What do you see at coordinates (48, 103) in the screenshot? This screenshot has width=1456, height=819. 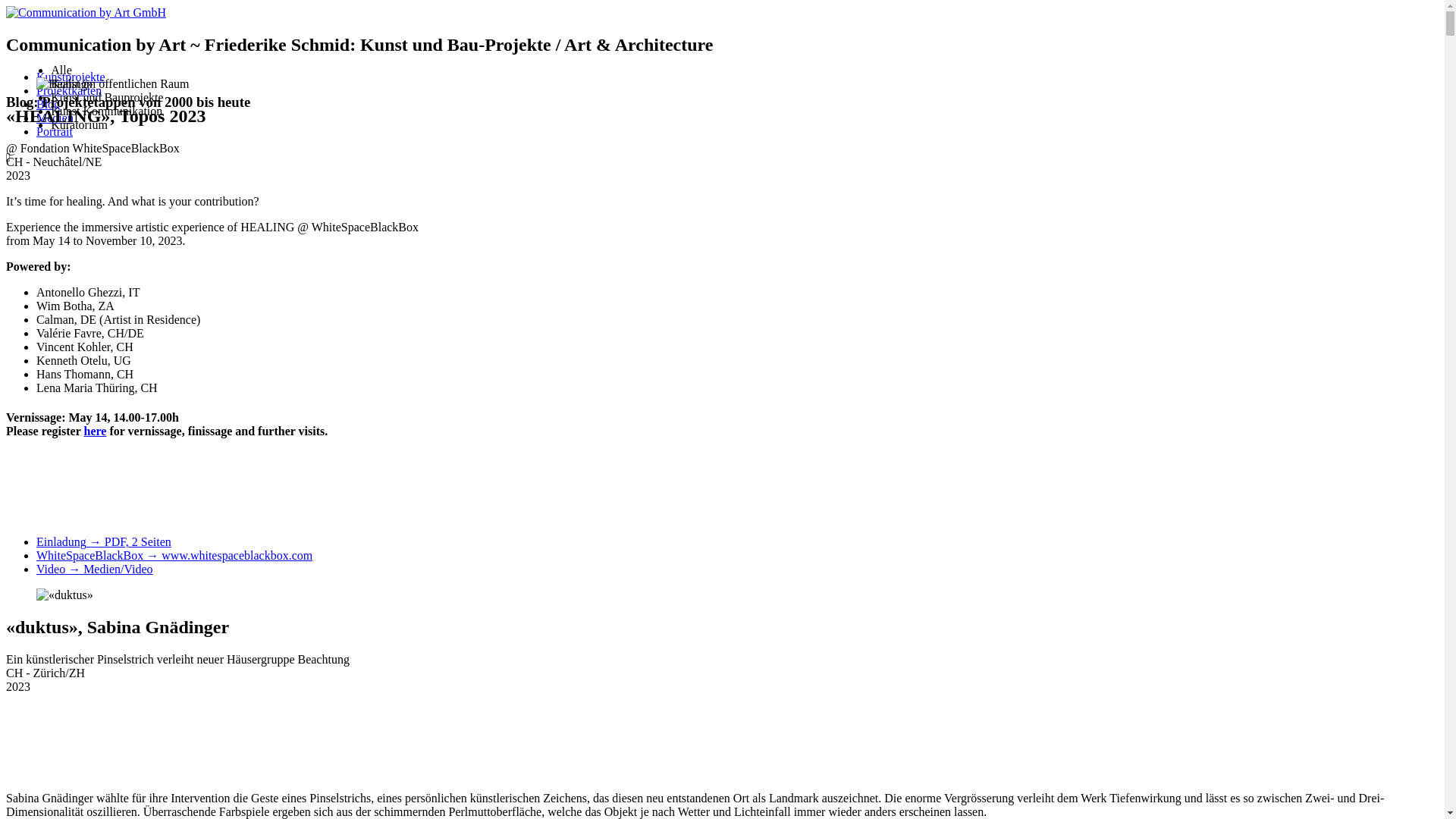 I see `'Blog'` at bounding box center [48, 103].